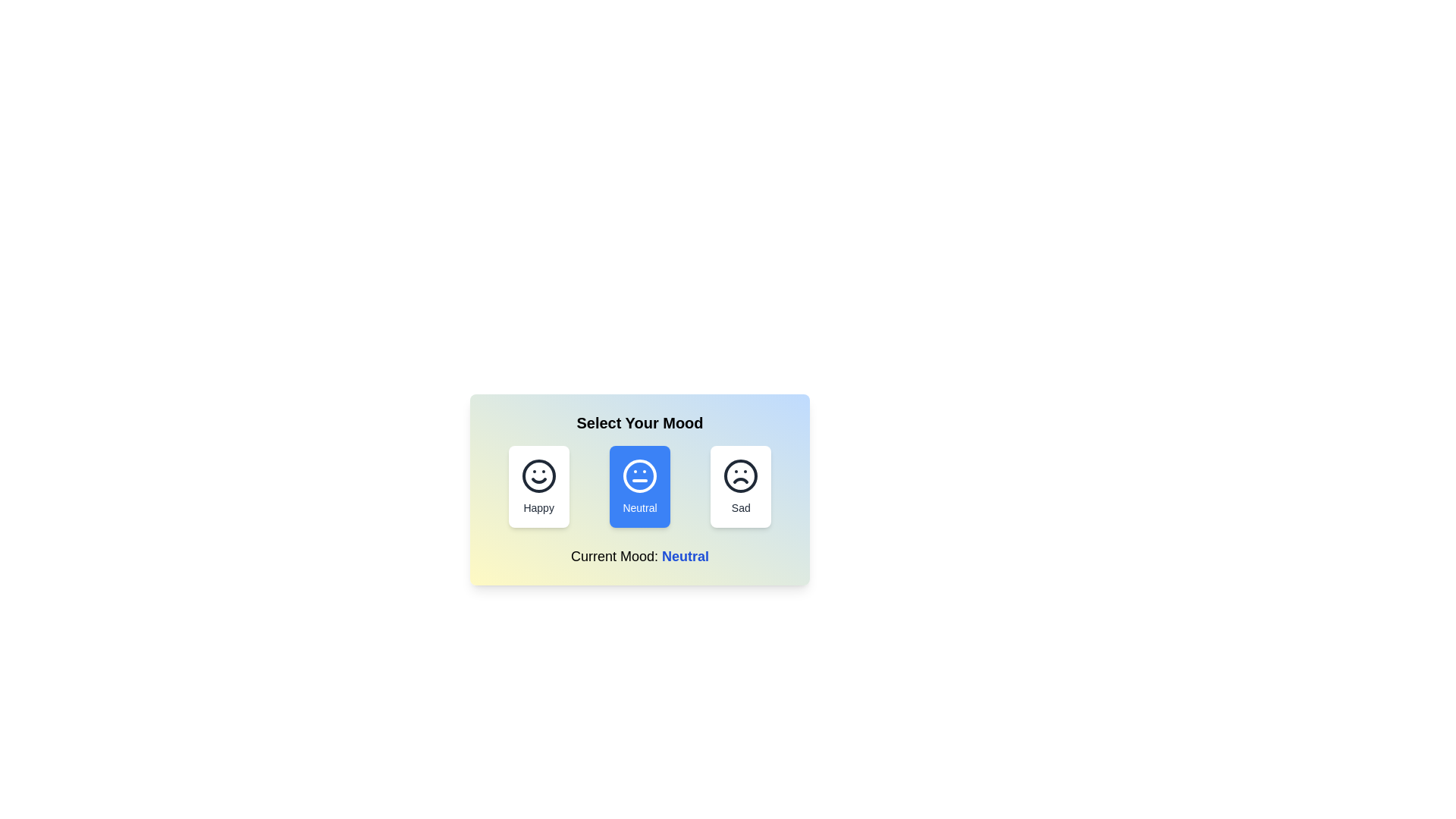  Describe the element at coordinates (640, 486) in the screenshot. I see `the mood button labeled Neutral` at that location.